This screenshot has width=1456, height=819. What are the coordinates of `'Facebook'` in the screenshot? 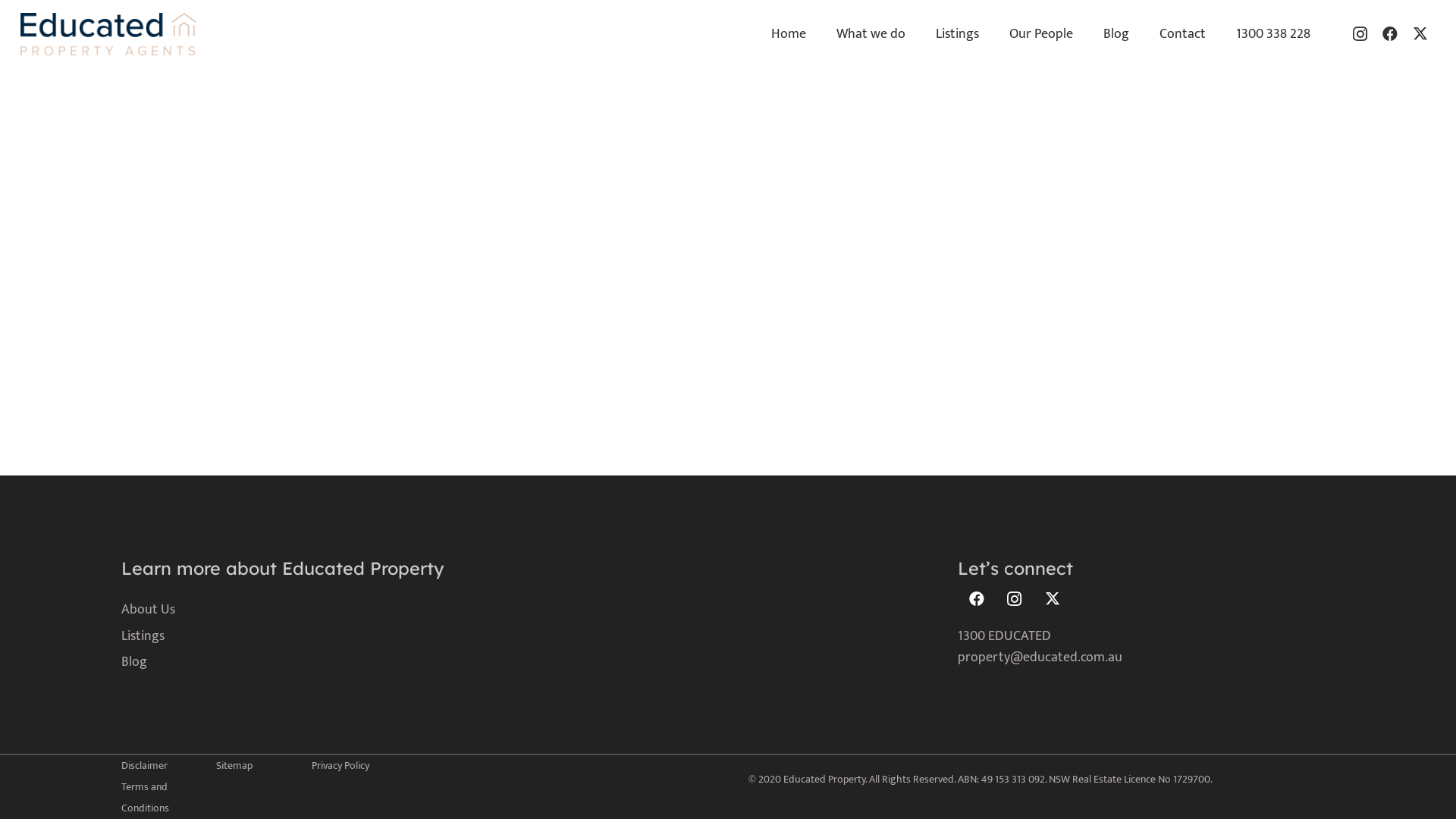 It's located at (976, 598).